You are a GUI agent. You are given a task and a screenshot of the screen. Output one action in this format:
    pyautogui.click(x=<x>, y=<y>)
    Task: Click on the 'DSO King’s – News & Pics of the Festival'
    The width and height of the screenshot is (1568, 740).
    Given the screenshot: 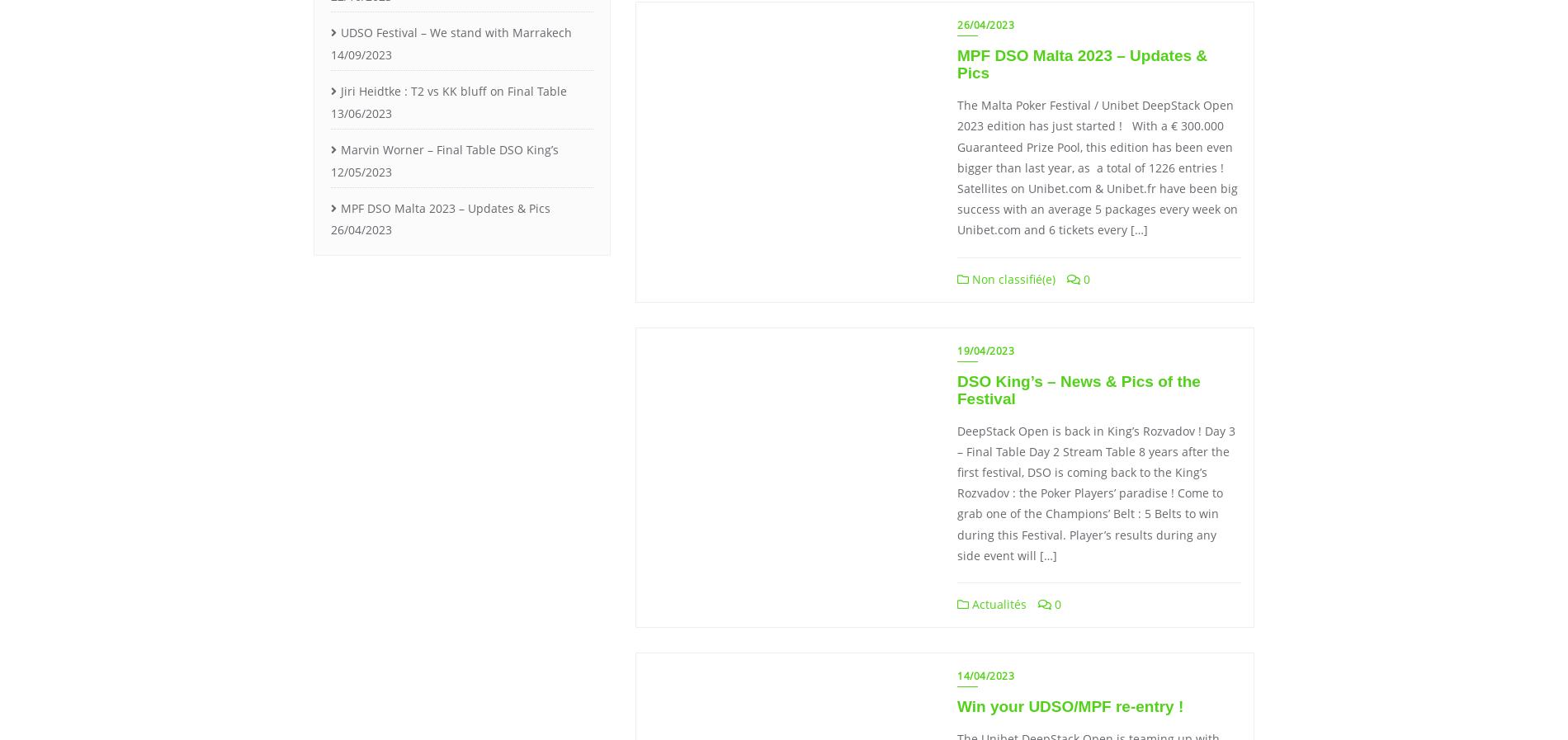 What is the action you would take?
    pyautogui.click(x=956, y=389)
    